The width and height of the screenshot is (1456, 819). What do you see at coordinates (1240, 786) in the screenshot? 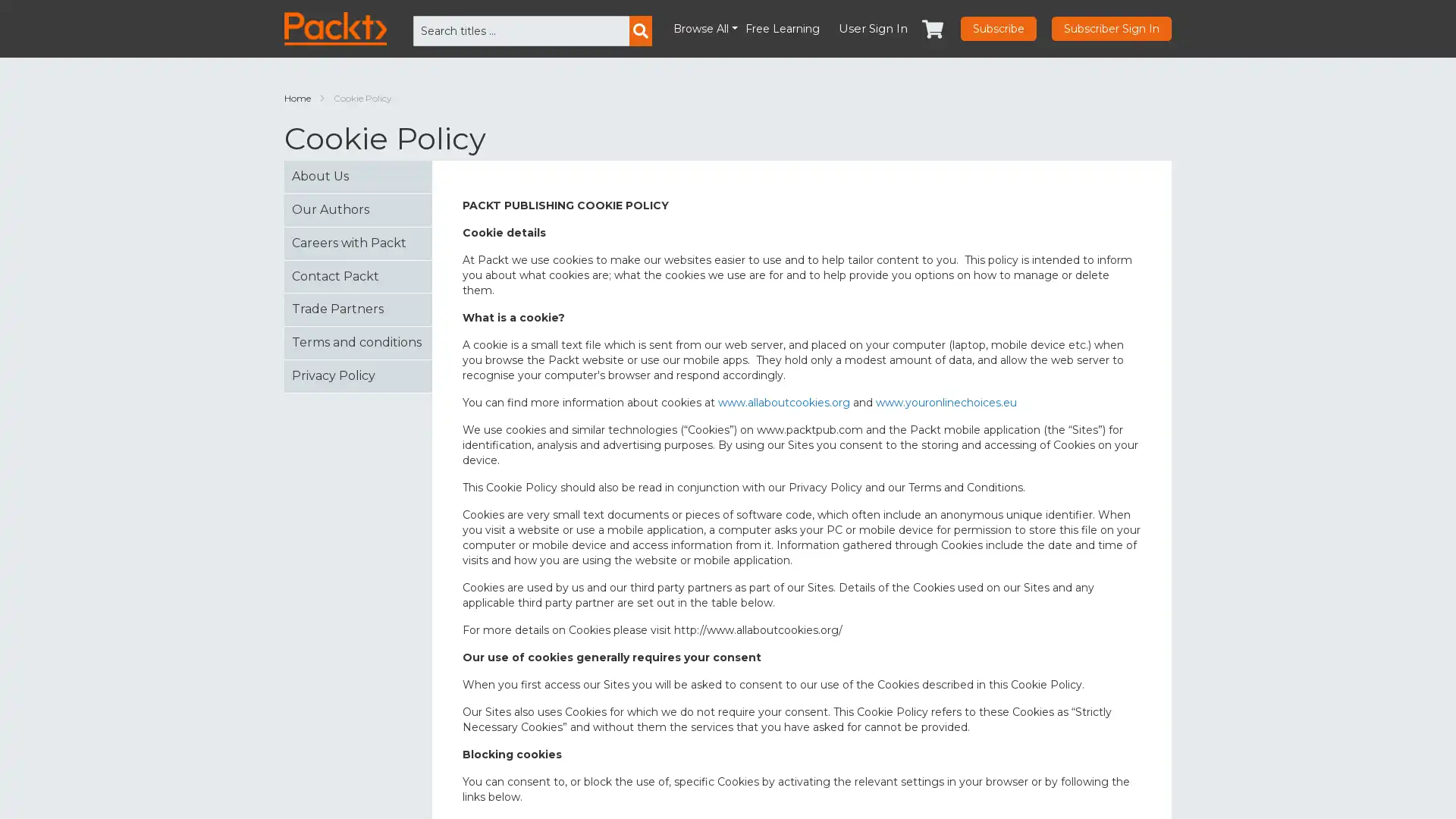
I see `More Info` at bounding box center [1240, 786].